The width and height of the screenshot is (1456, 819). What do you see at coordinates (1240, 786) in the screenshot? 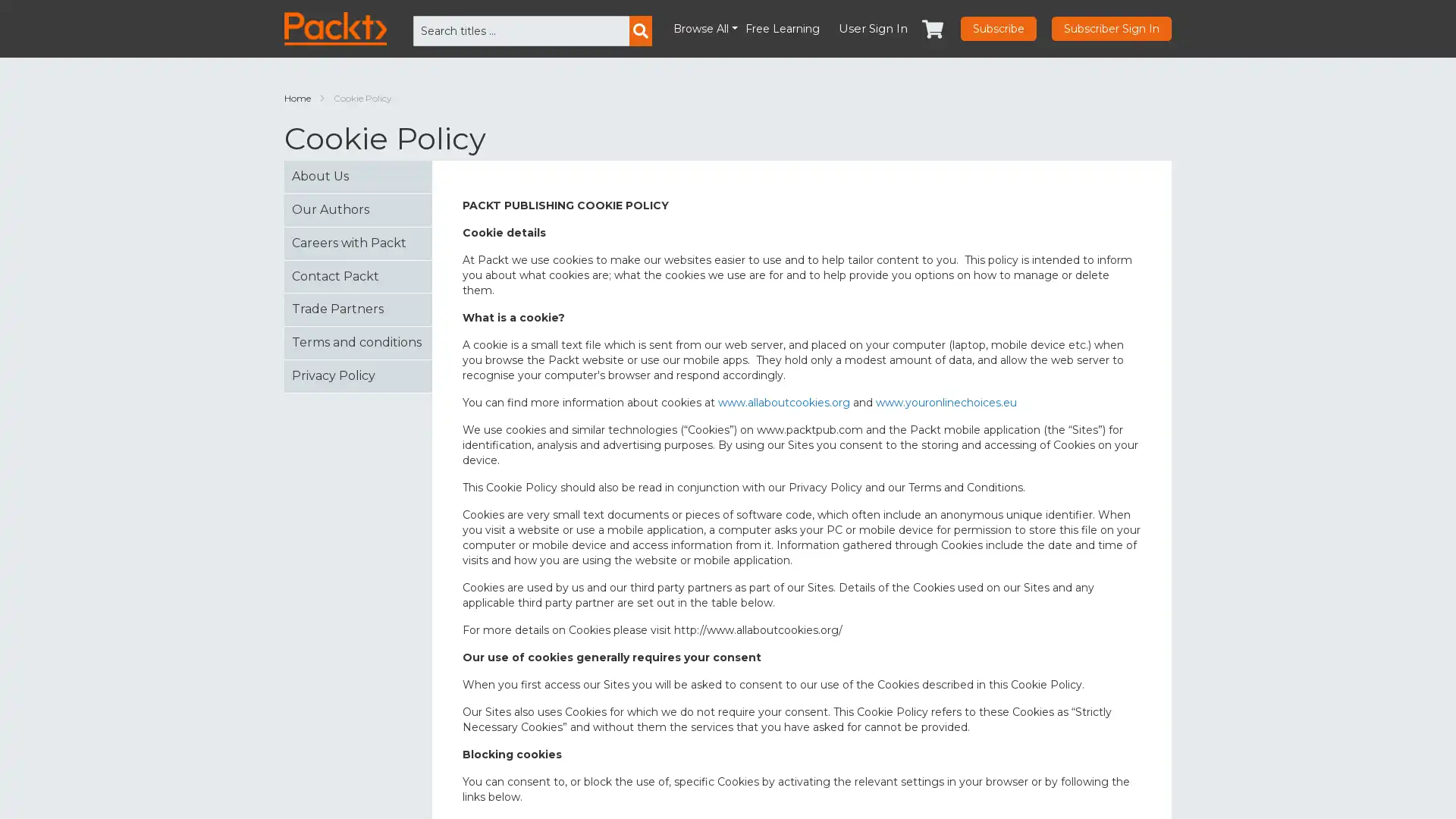
I see `More Info` at bounding box center [1240, 786].